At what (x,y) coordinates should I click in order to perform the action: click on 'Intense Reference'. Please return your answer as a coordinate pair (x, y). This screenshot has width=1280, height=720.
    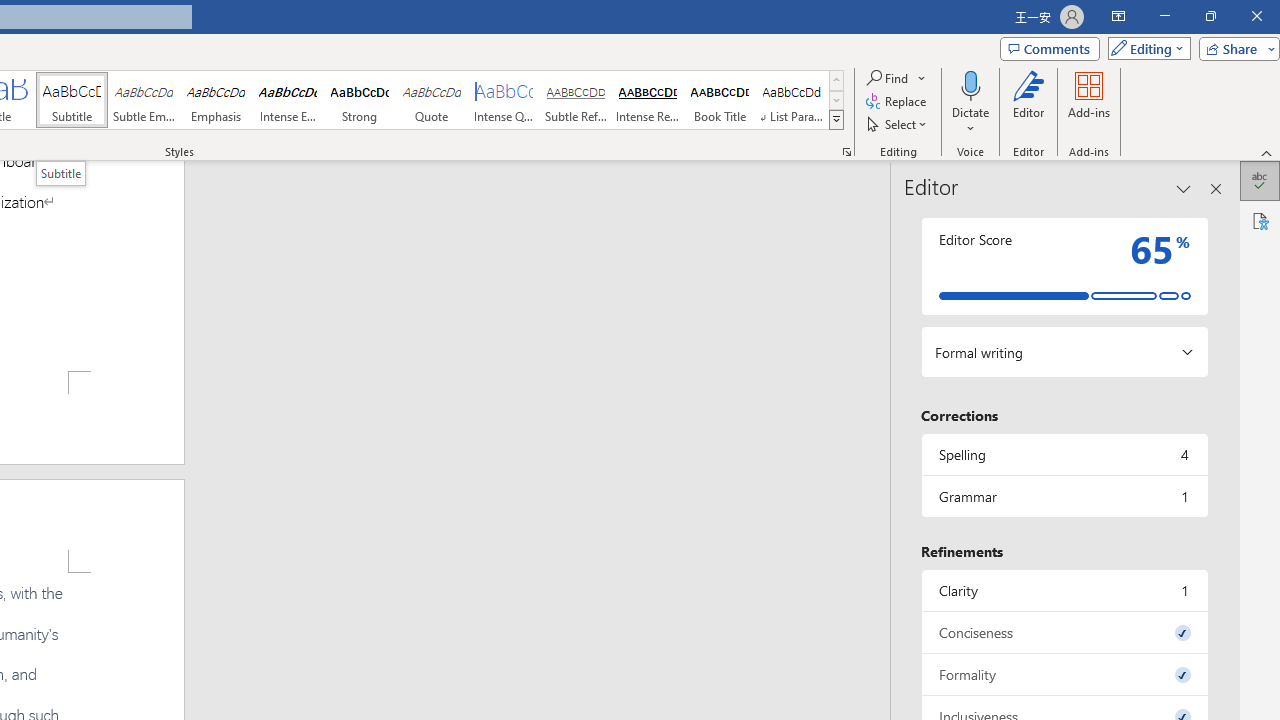
    Looking at the image, I should click on (647, 100).